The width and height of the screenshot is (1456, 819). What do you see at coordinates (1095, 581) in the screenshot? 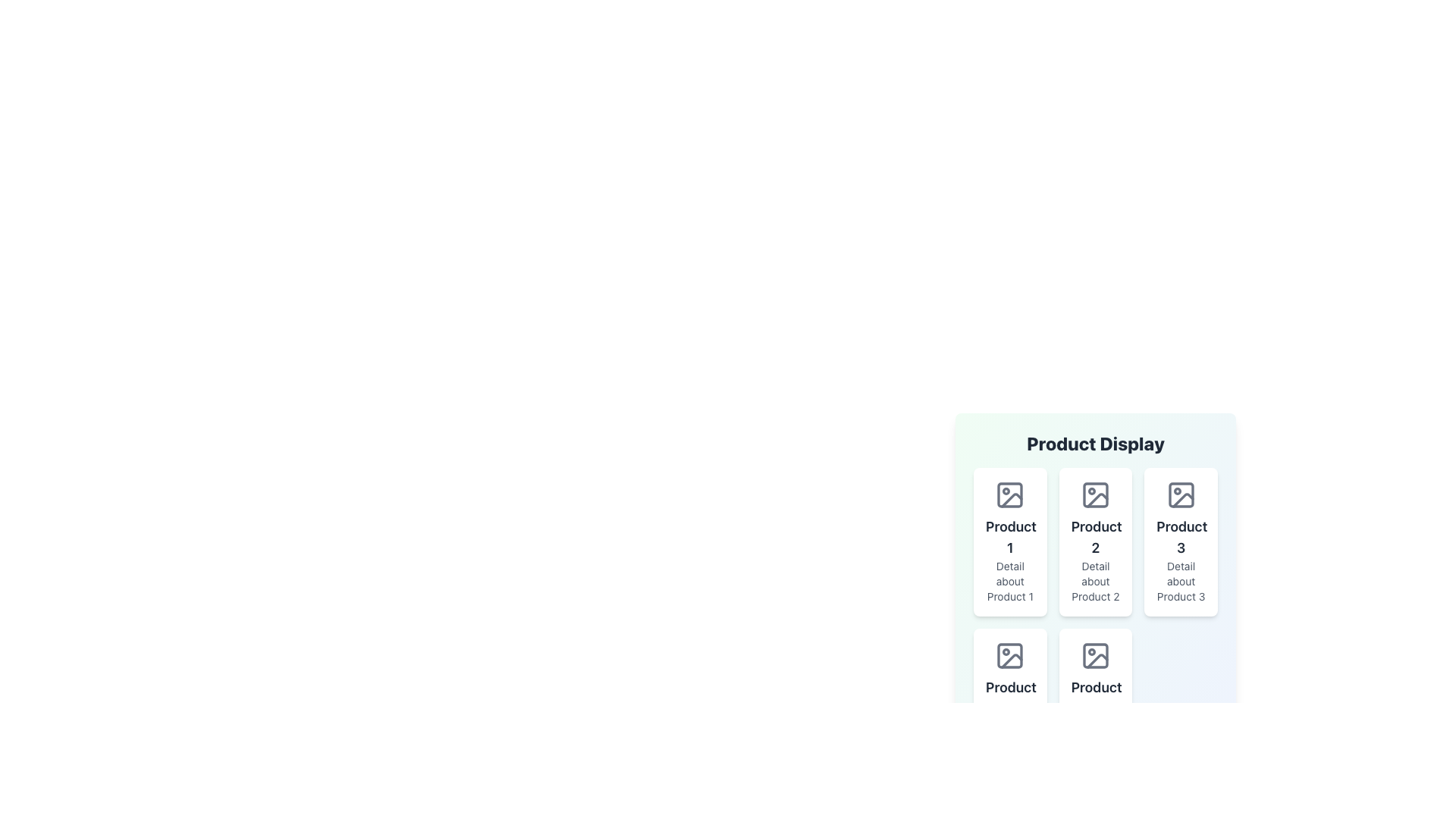
I see `static text element displaying 'Detail about Product 2', which is styled with small-sized gray text and located directly below the heading 'Product 2'` at bounding box center [1095, 581].